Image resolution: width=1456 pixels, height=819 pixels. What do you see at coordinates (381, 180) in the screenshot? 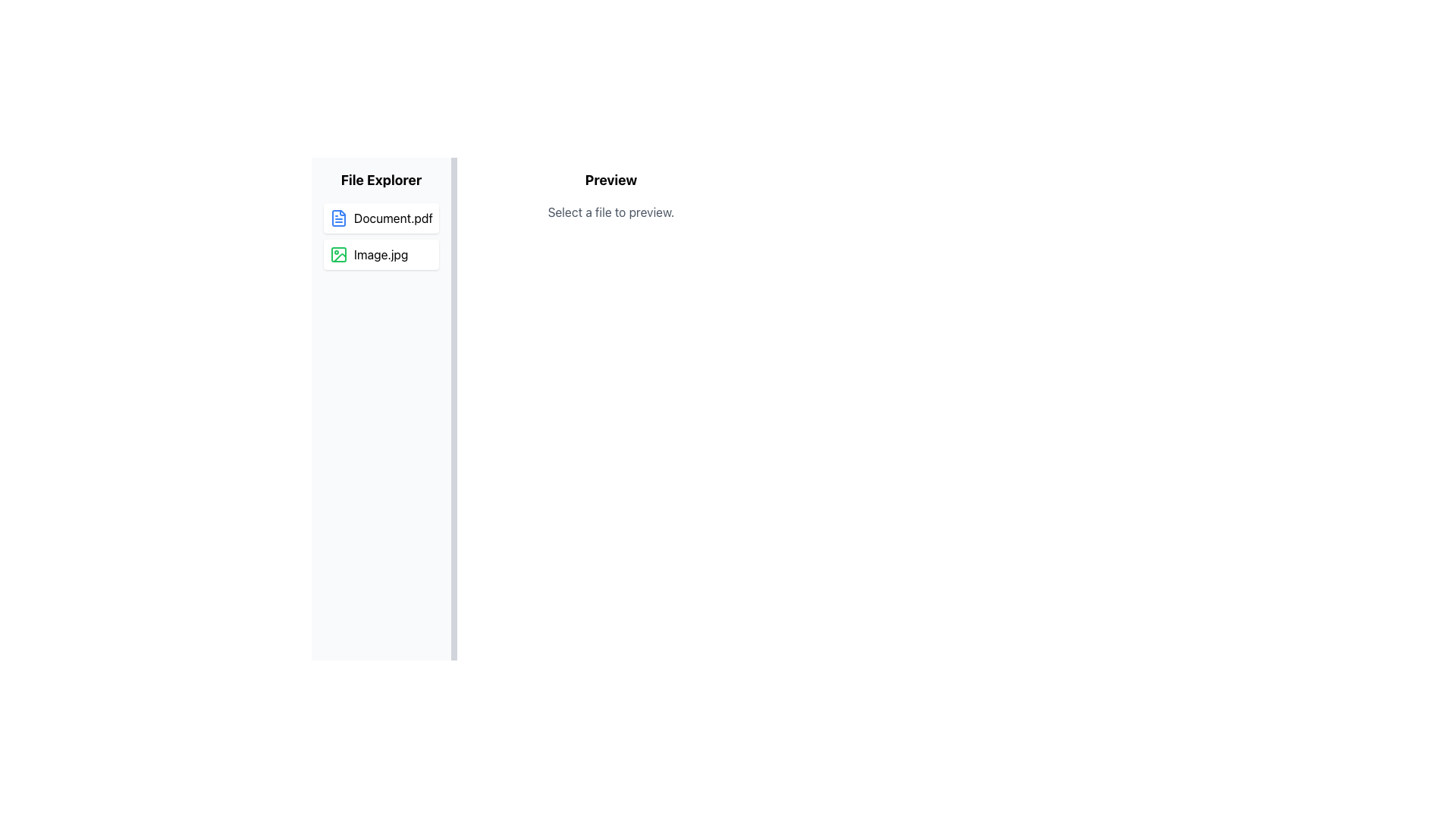
I see `the 'File Explorer' text label, which is a bold, large-sized element located at the top of the sidebar and serves as a header for the file items list` at bounding box center [381, 180].